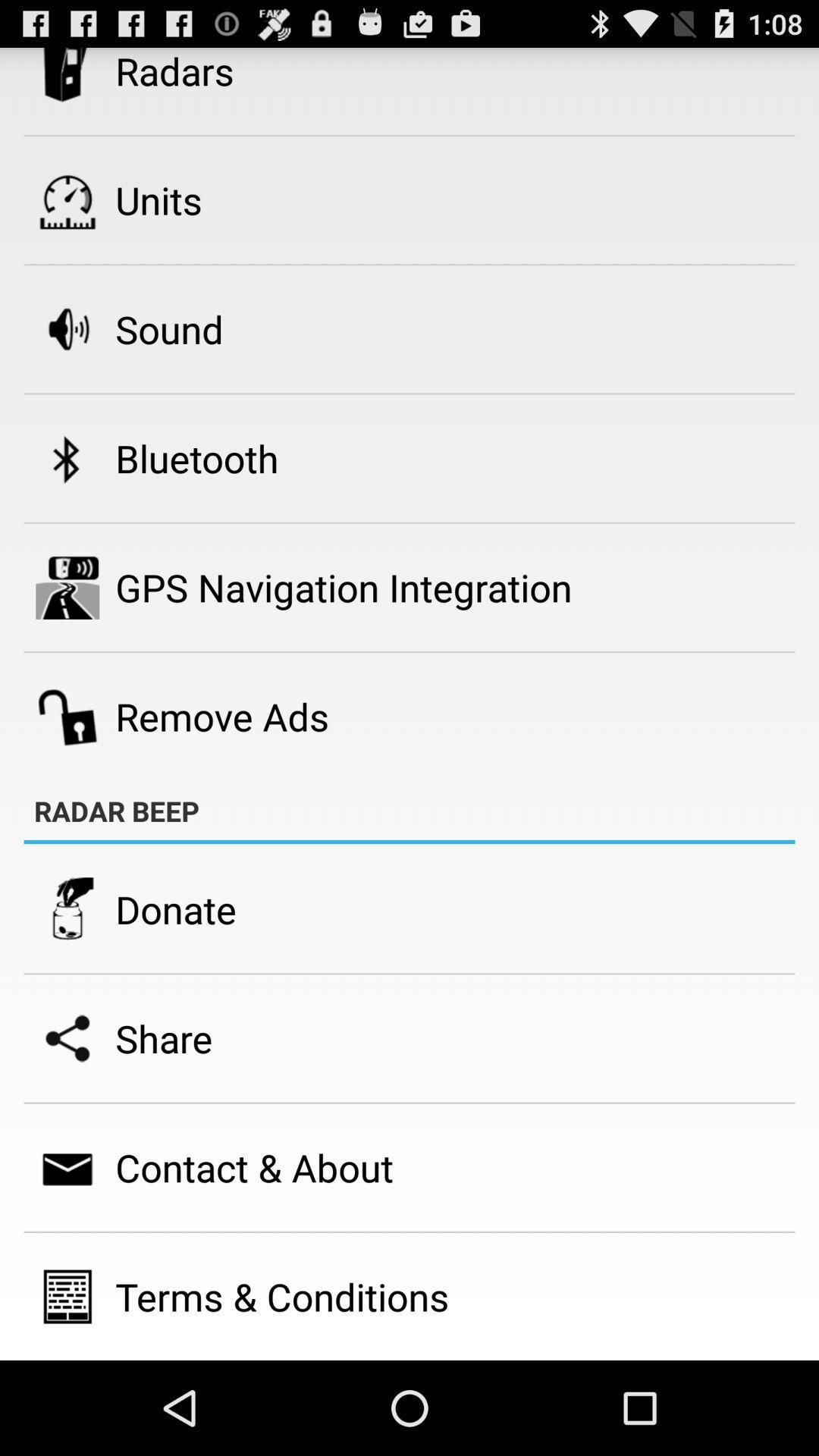 The image size is (819, 1456). I want to click on gps navigation integration icon, so click(344, 586).